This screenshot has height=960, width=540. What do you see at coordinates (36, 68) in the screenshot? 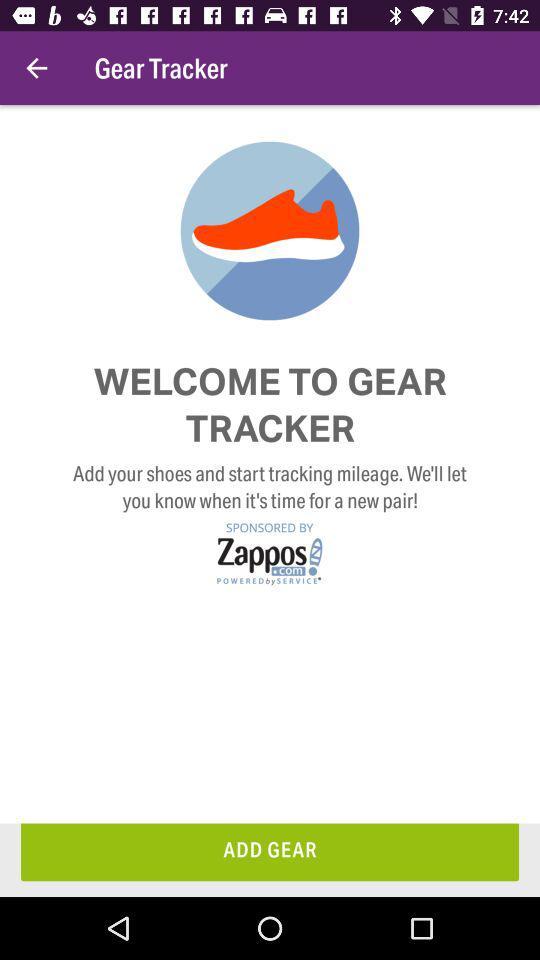
I see `icon above welcome to gear icon` at bounding box center [36, 68].